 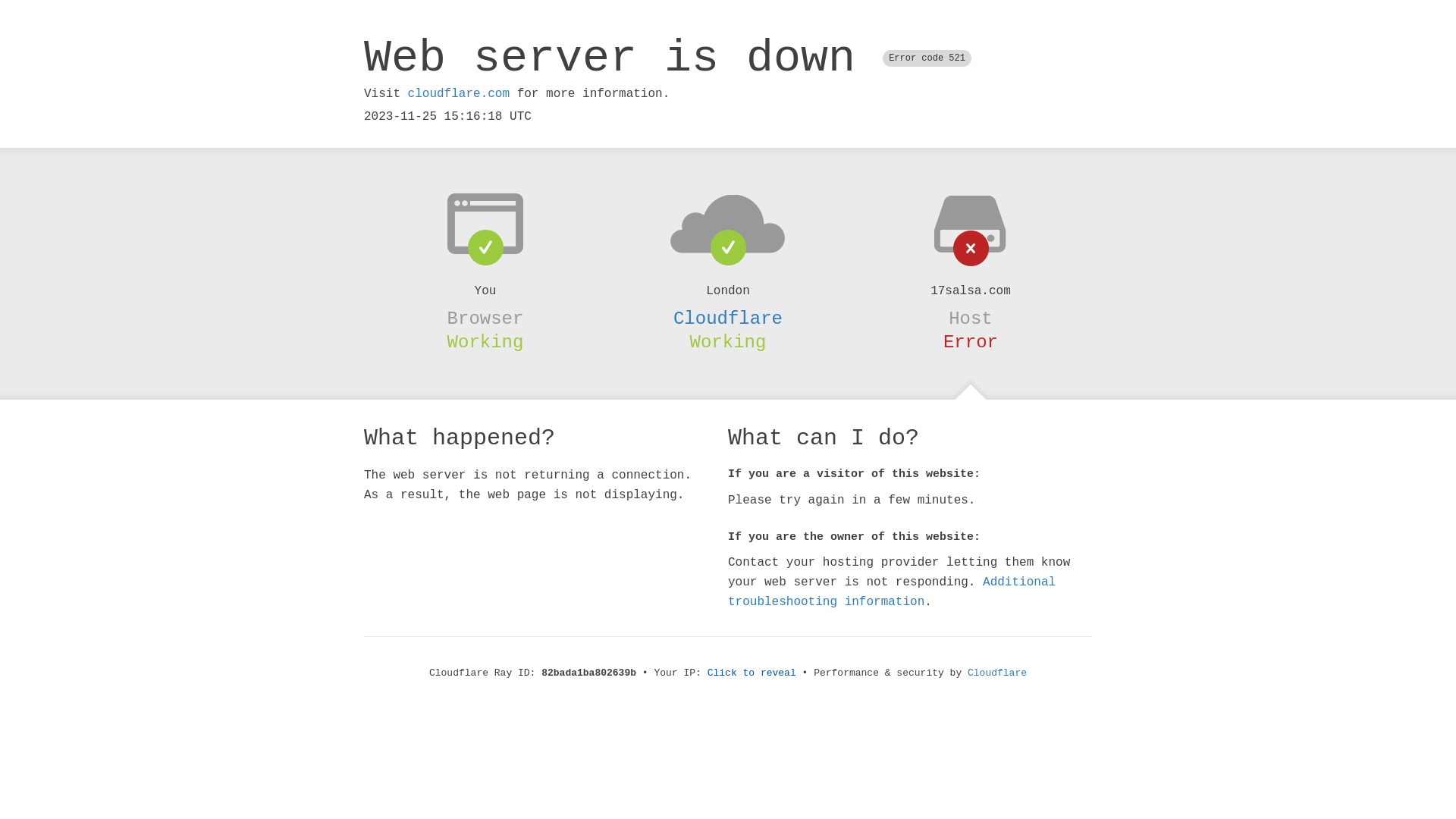 I want to click on 'cloudflare.com', so click(x=457, y=93).